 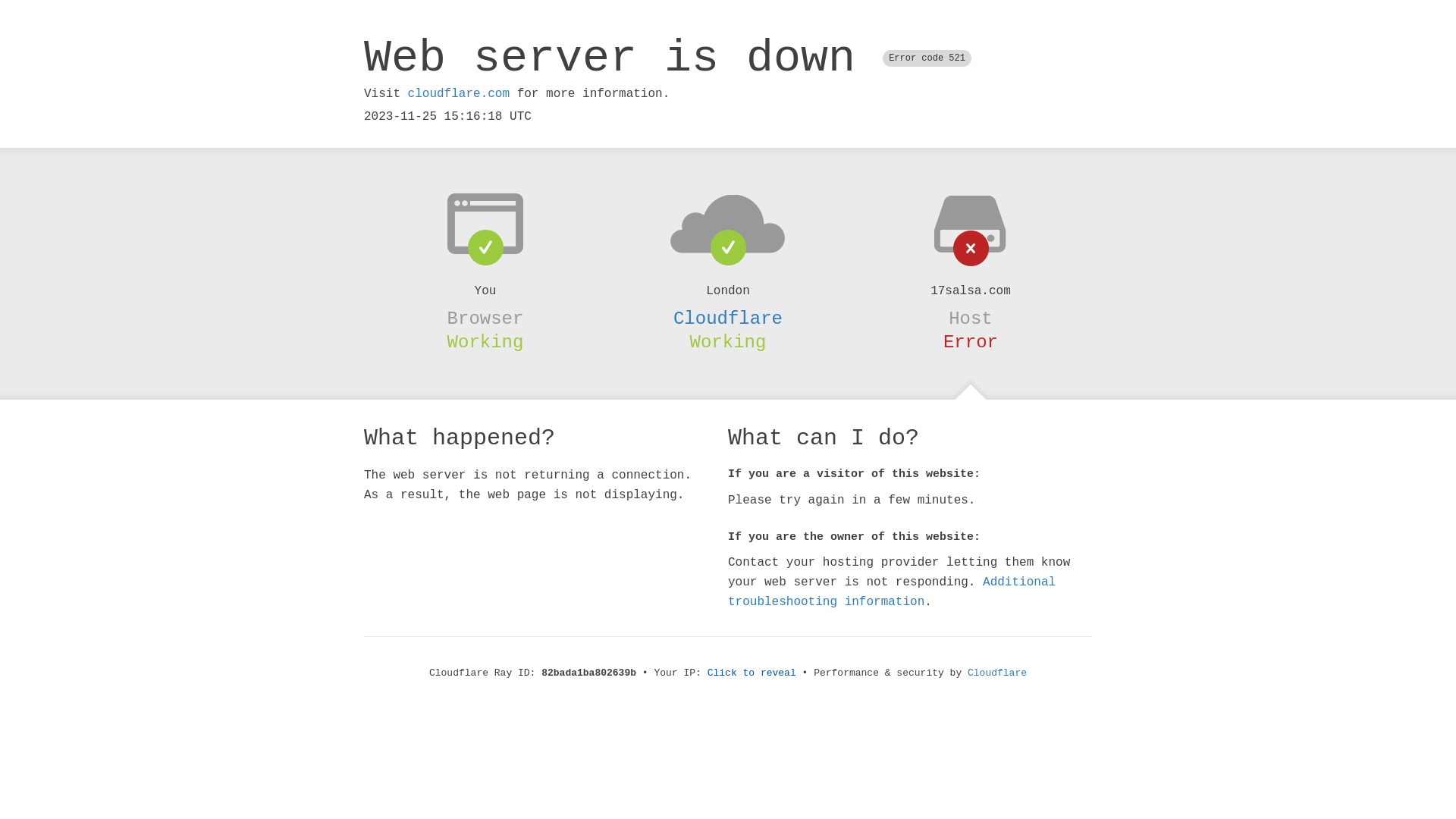 I want to click on 'cloudflare.com', so click(x=457, y=93).